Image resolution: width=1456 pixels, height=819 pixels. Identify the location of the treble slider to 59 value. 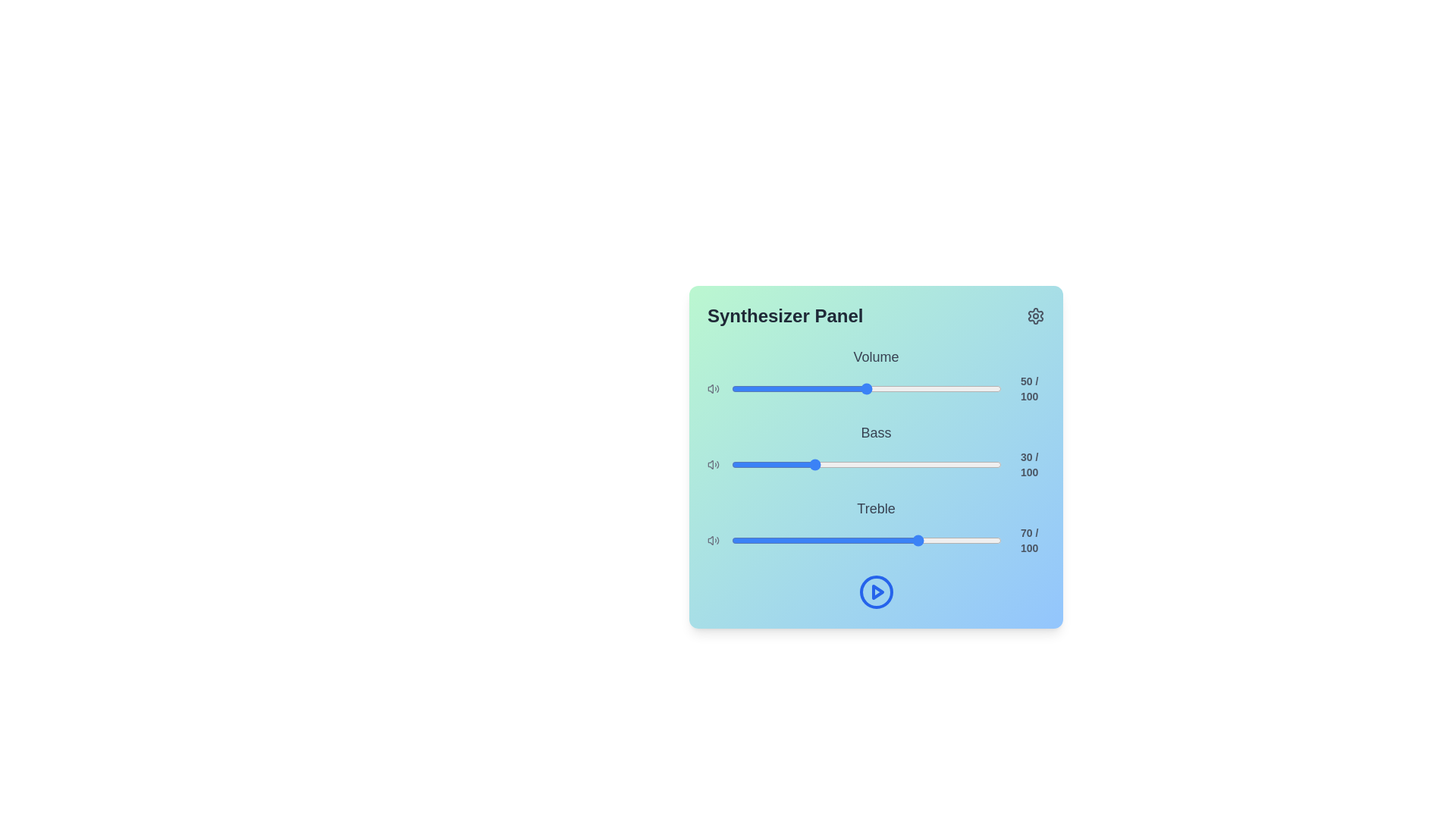
(891, 540).